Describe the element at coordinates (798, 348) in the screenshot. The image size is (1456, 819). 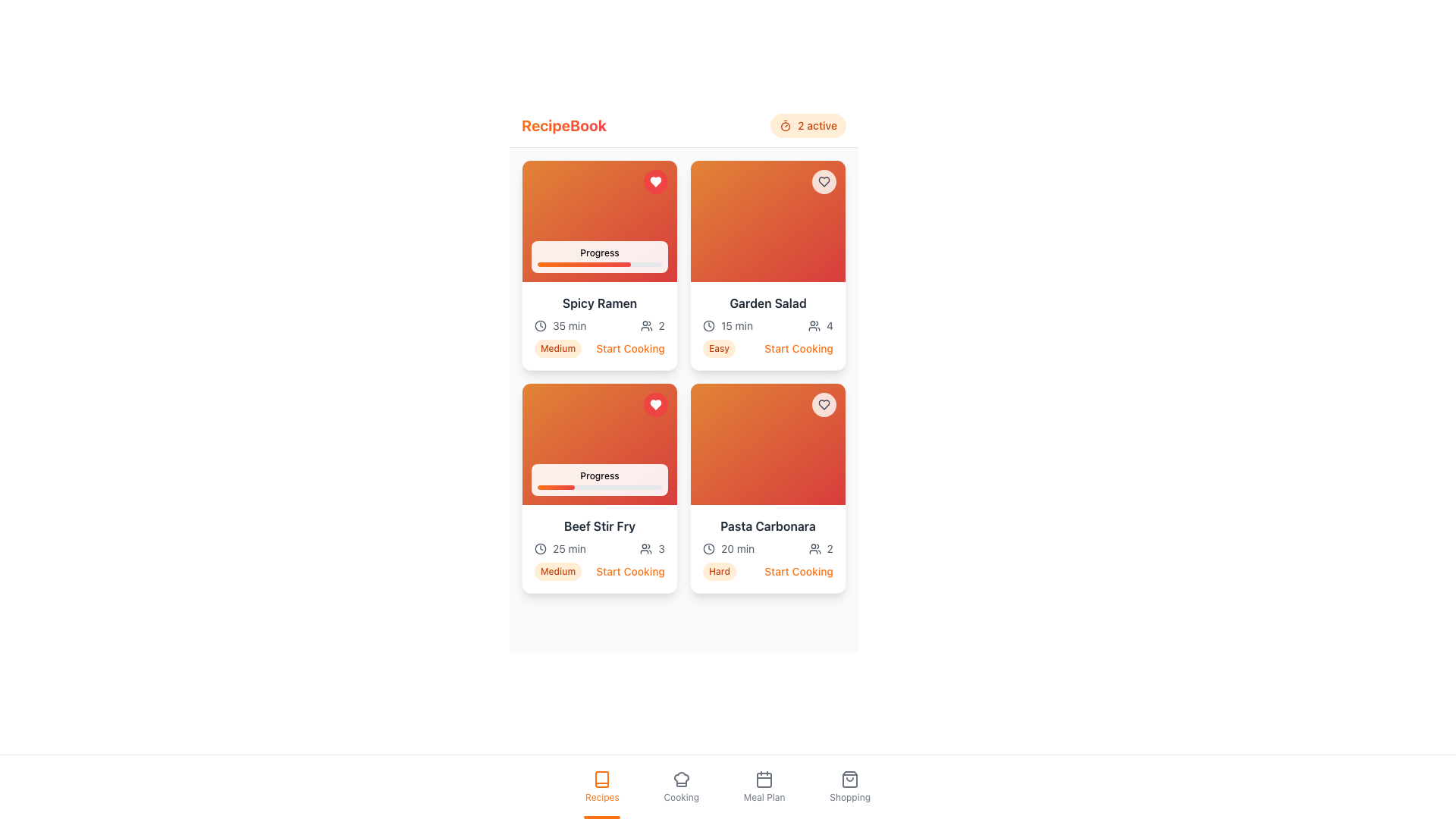
I see `the interactive button or link associated with the 'Garden Salad' recipe to visualize the hover effect` at that location.